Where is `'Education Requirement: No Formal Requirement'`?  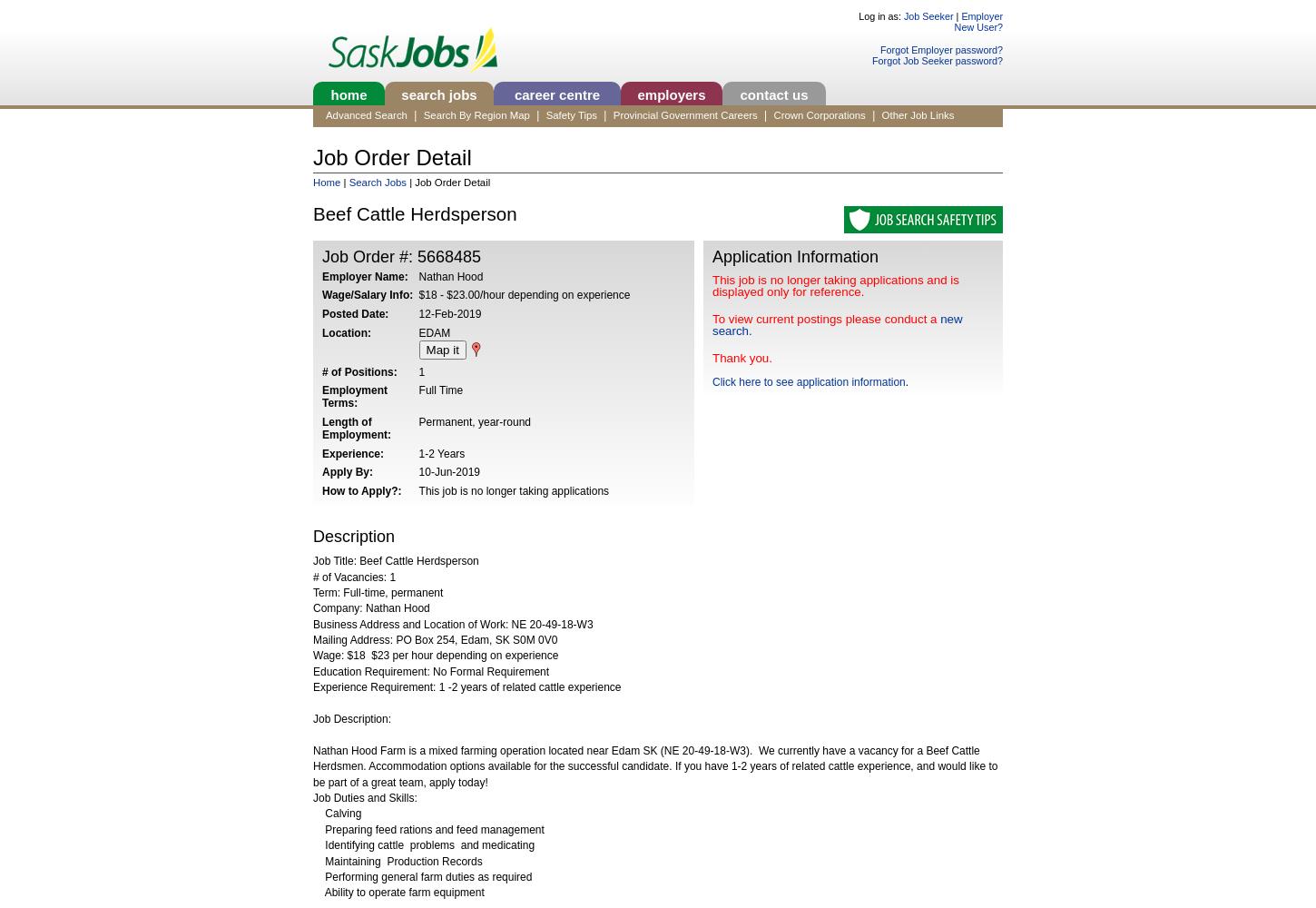
'Education Requirement: No Formal Requirement' is located at coordinates (430, 670).